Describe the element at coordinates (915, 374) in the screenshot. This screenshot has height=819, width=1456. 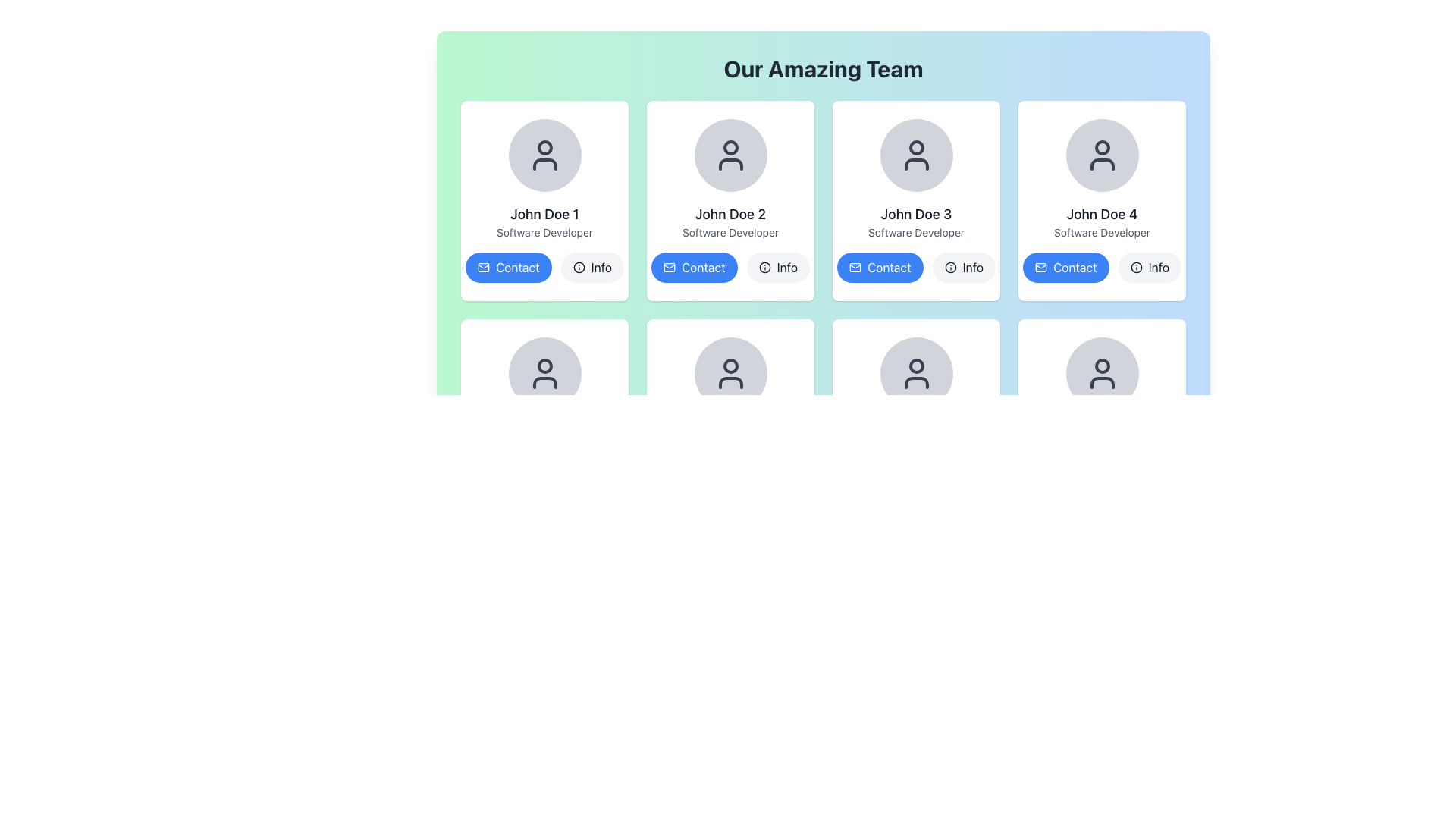
I see `the SVG icon of a user silhouette located in the fifth card of the second row in the 'Our Amazing Team' section` at that location.